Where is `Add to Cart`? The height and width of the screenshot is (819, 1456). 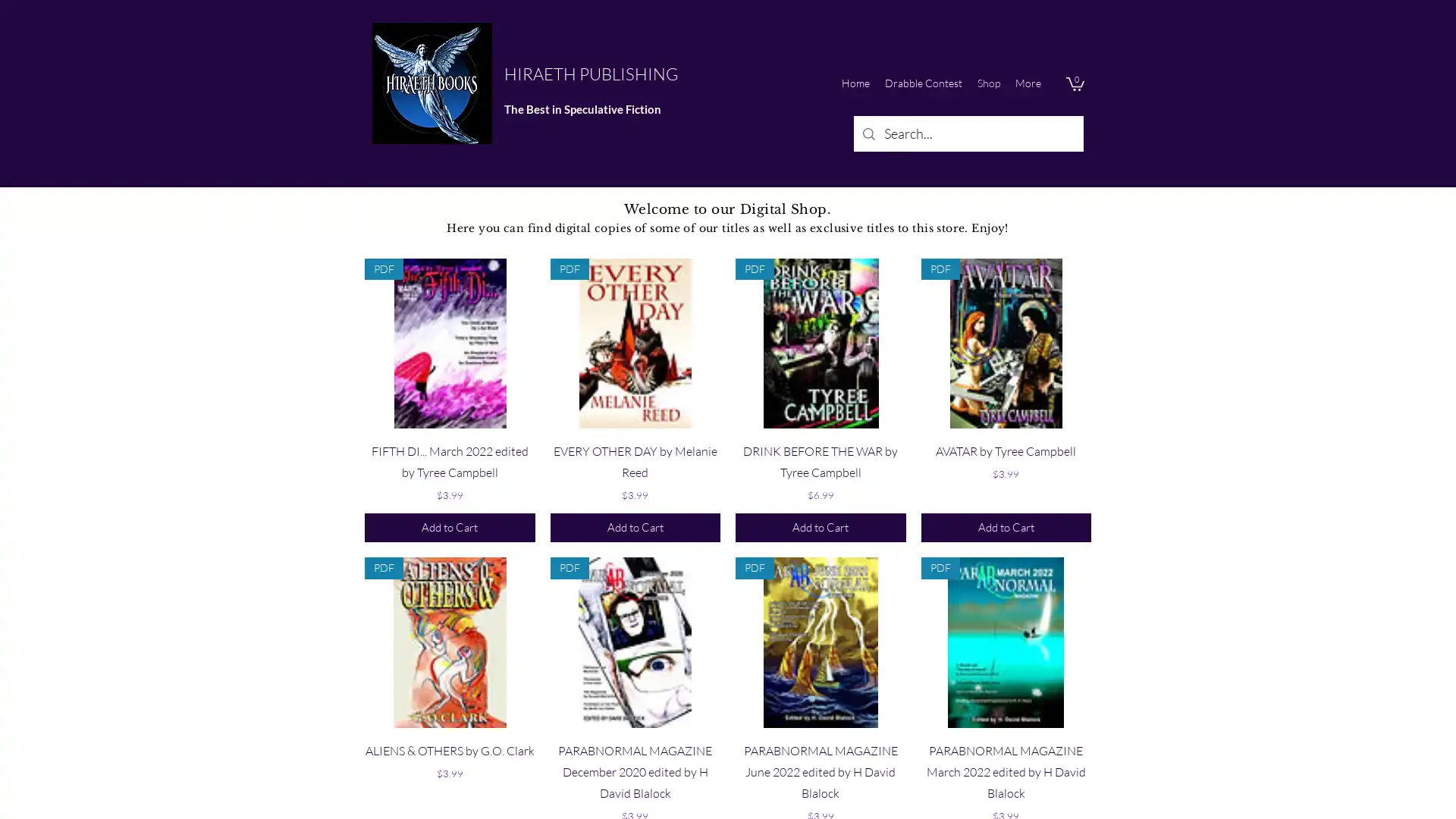 Add to Cart is located at coordinates (449, 526).